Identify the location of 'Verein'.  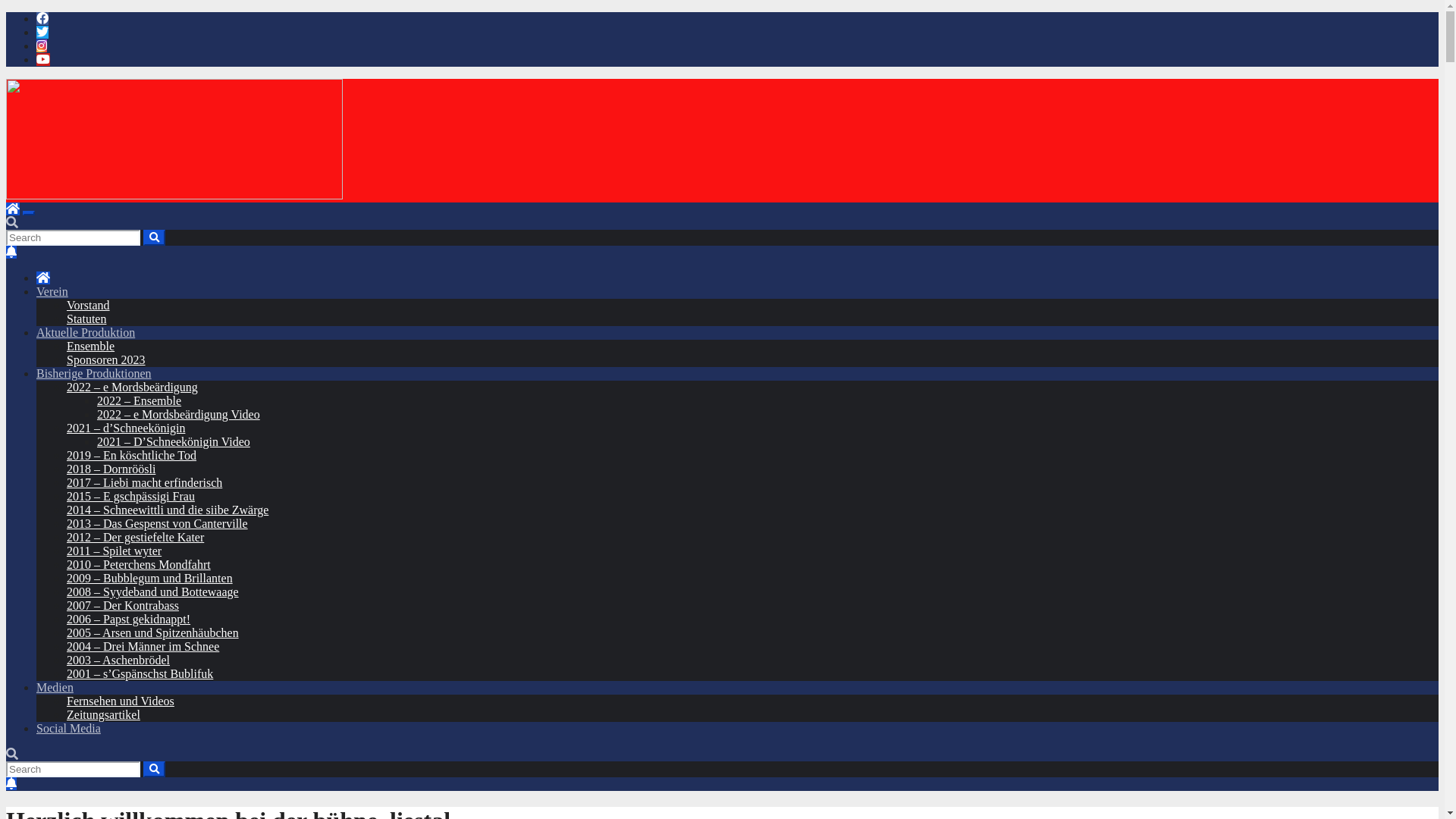
(52, 291).